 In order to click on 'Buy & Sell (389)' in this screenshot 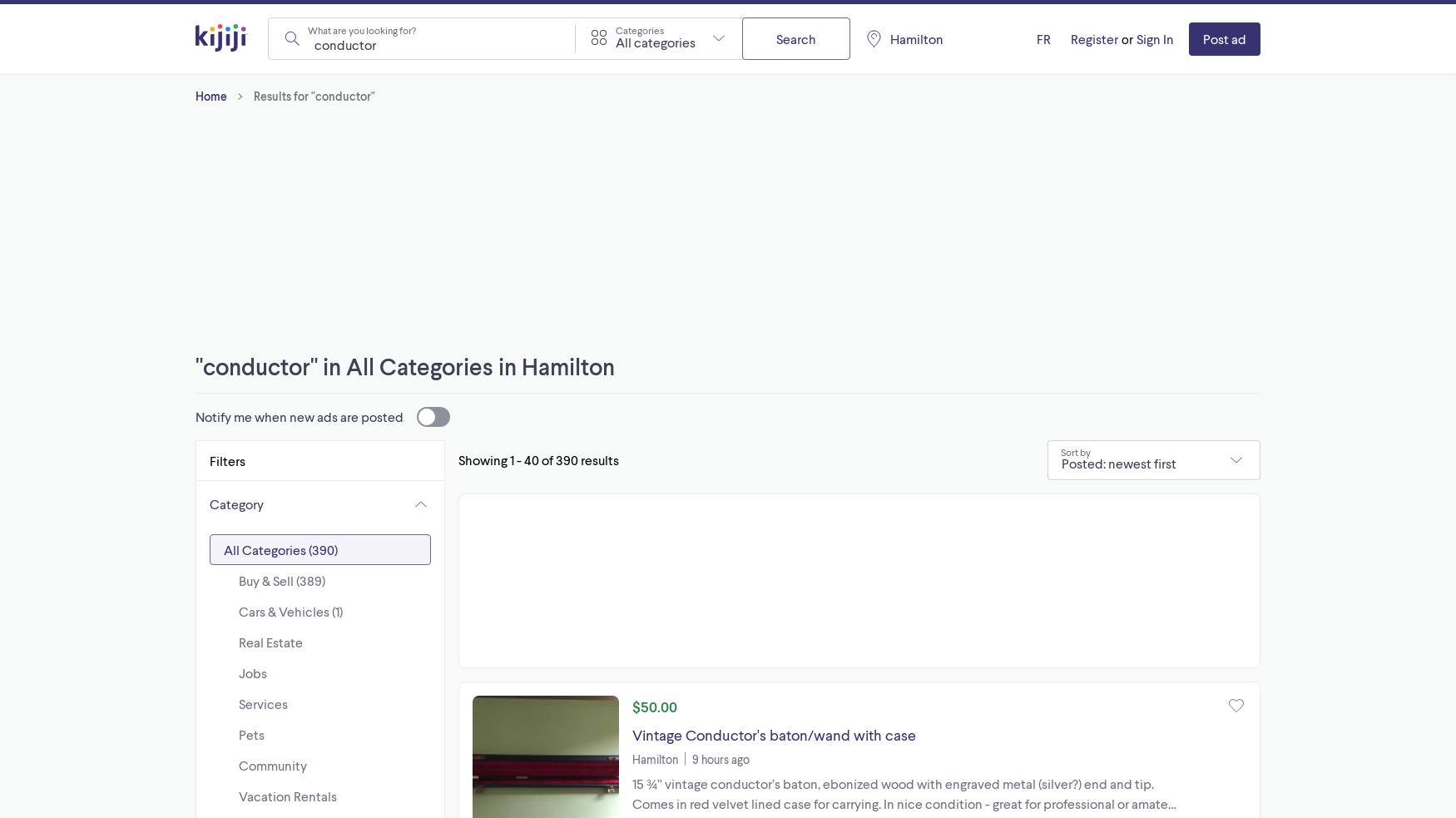, I will do `click(281, 579)`.